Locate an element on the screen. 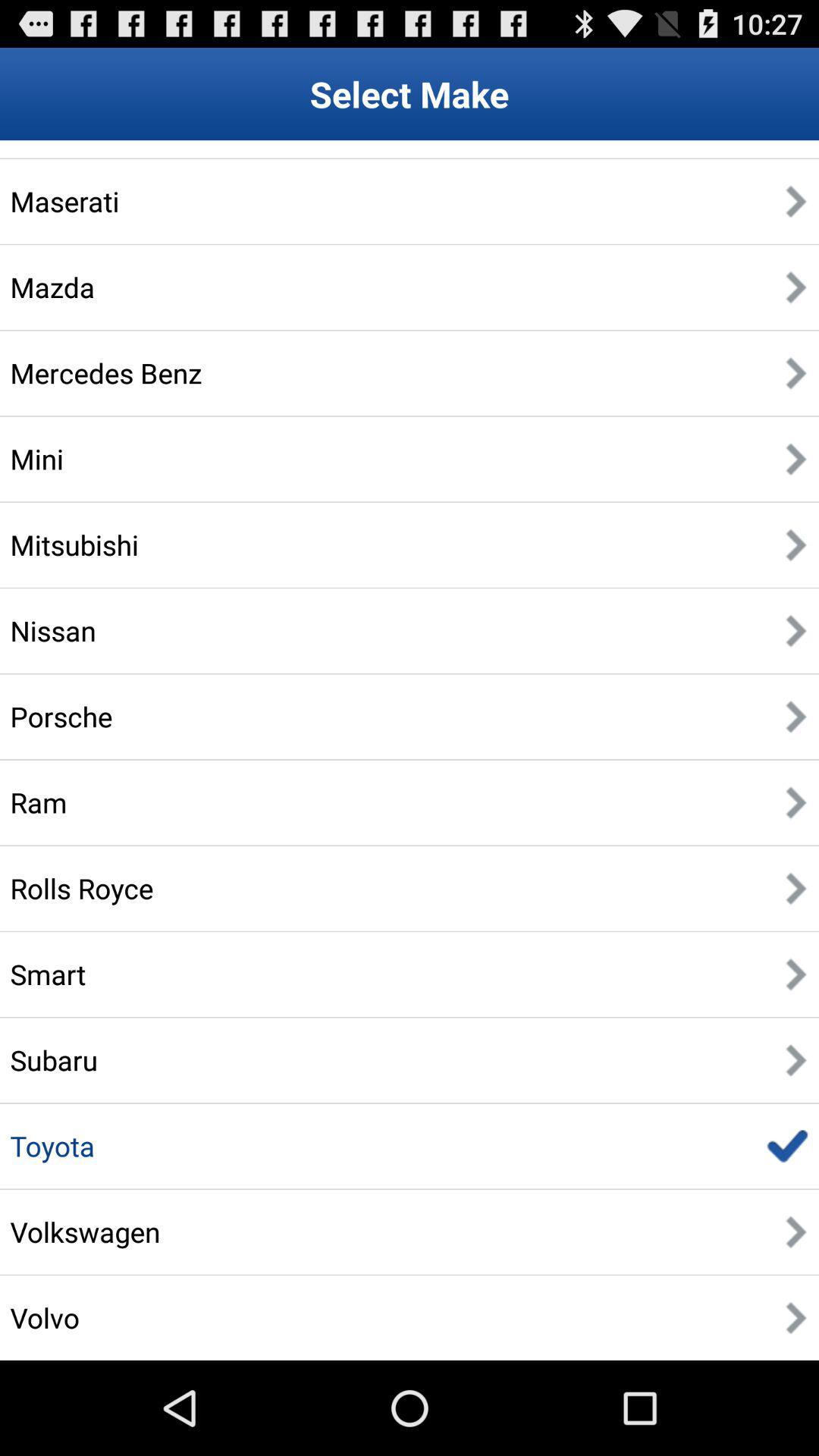 The width and height of the screenshot is (819, 1456). the volkswagen is located at coordinates (85, 1232).